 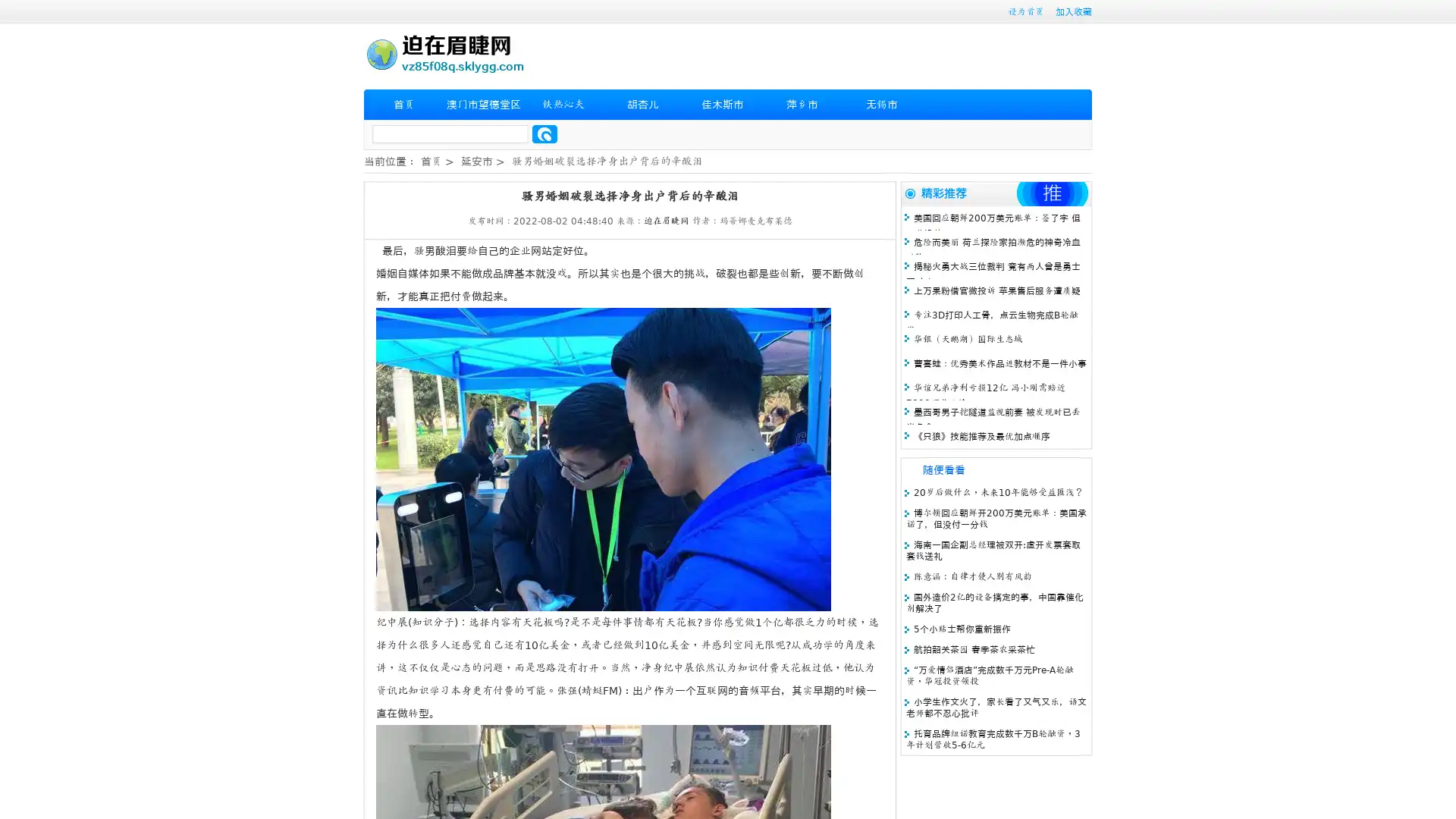 What do you see at coordinates (544, 133) in the screenshot?
I see `Search` at bounding box center [544, 133].